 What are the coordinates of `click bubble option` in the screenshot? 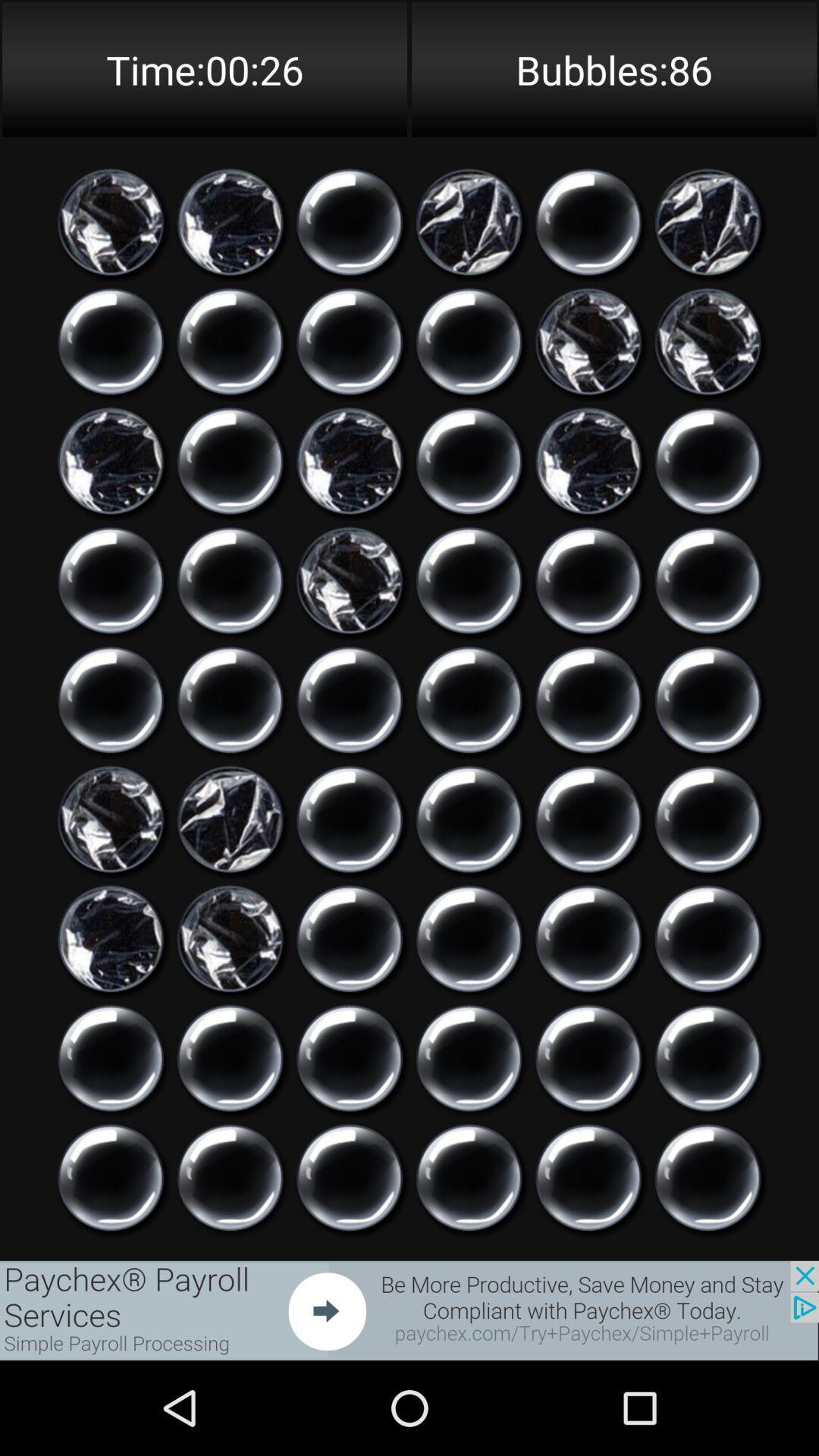 It's located at (350, 938).